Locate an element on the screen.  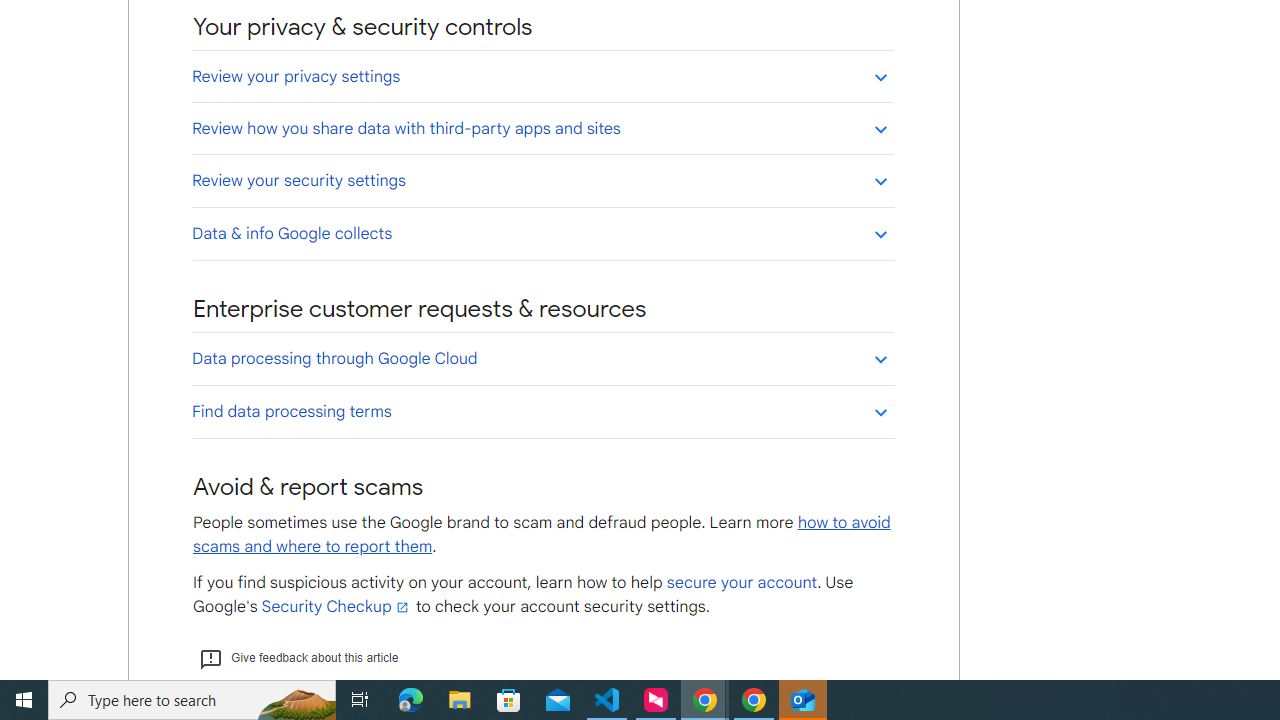
'Give feedback about this article' is located at coordinates (297, 658).